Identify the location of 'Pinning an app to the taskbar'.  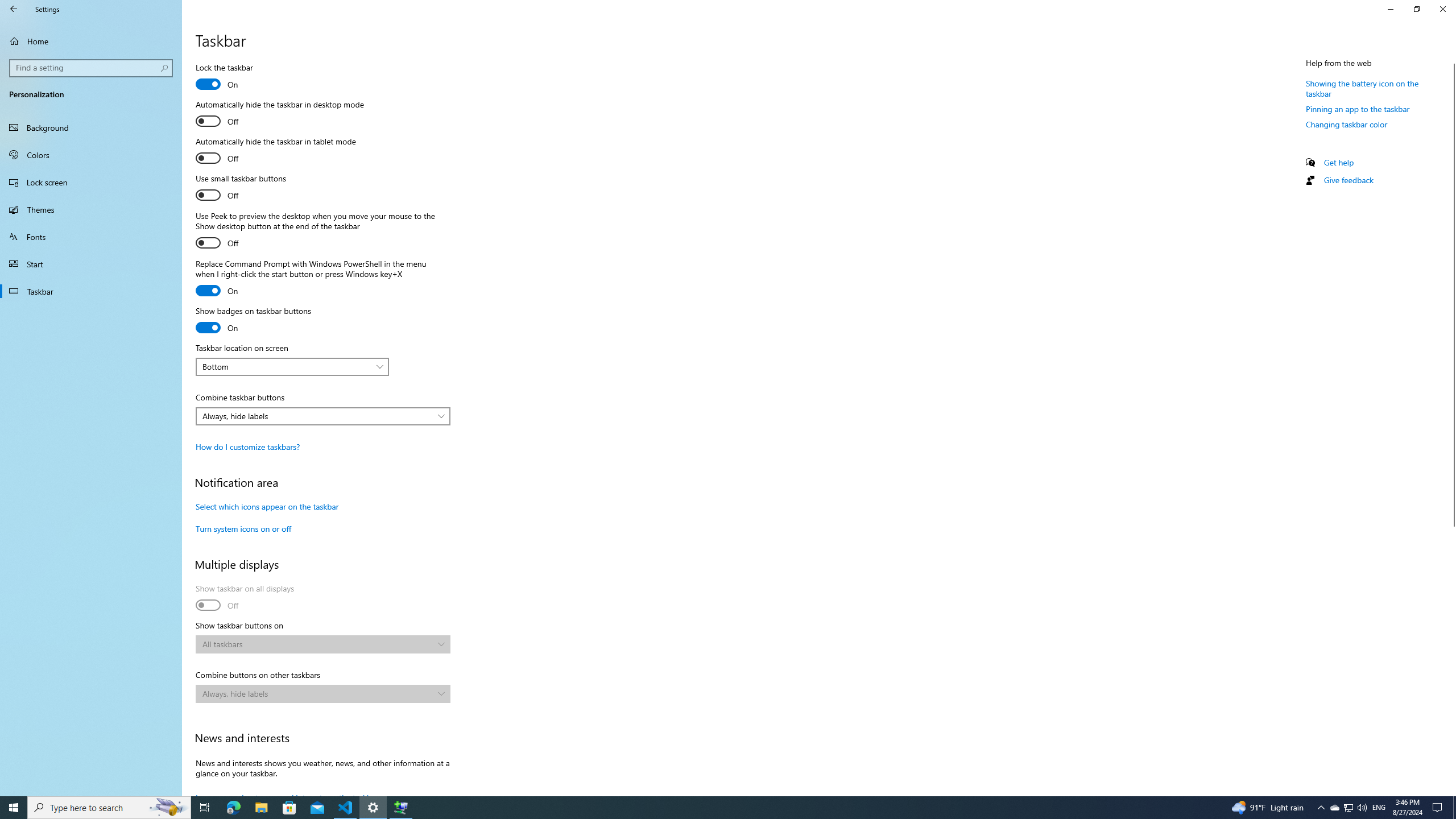
(1357, 109).